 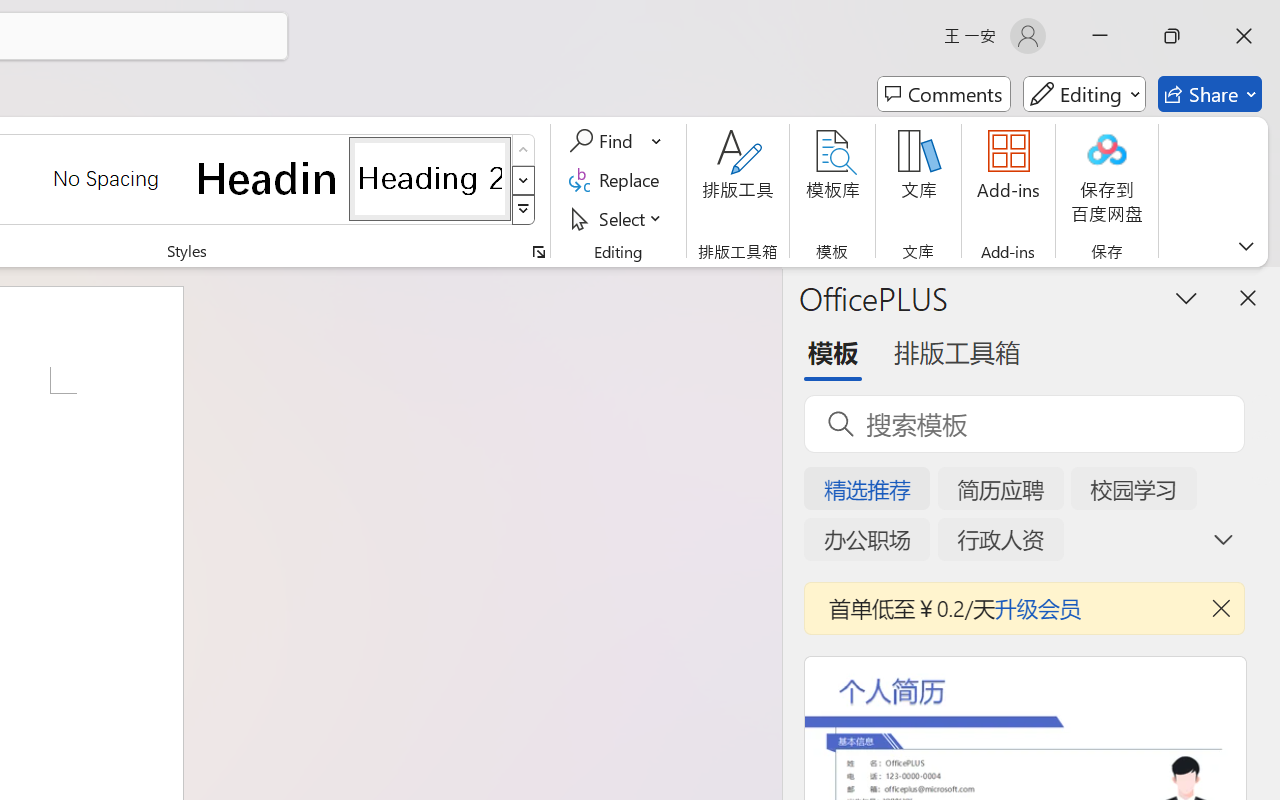 I want to click on 'Find', so click(x=603, y=141).